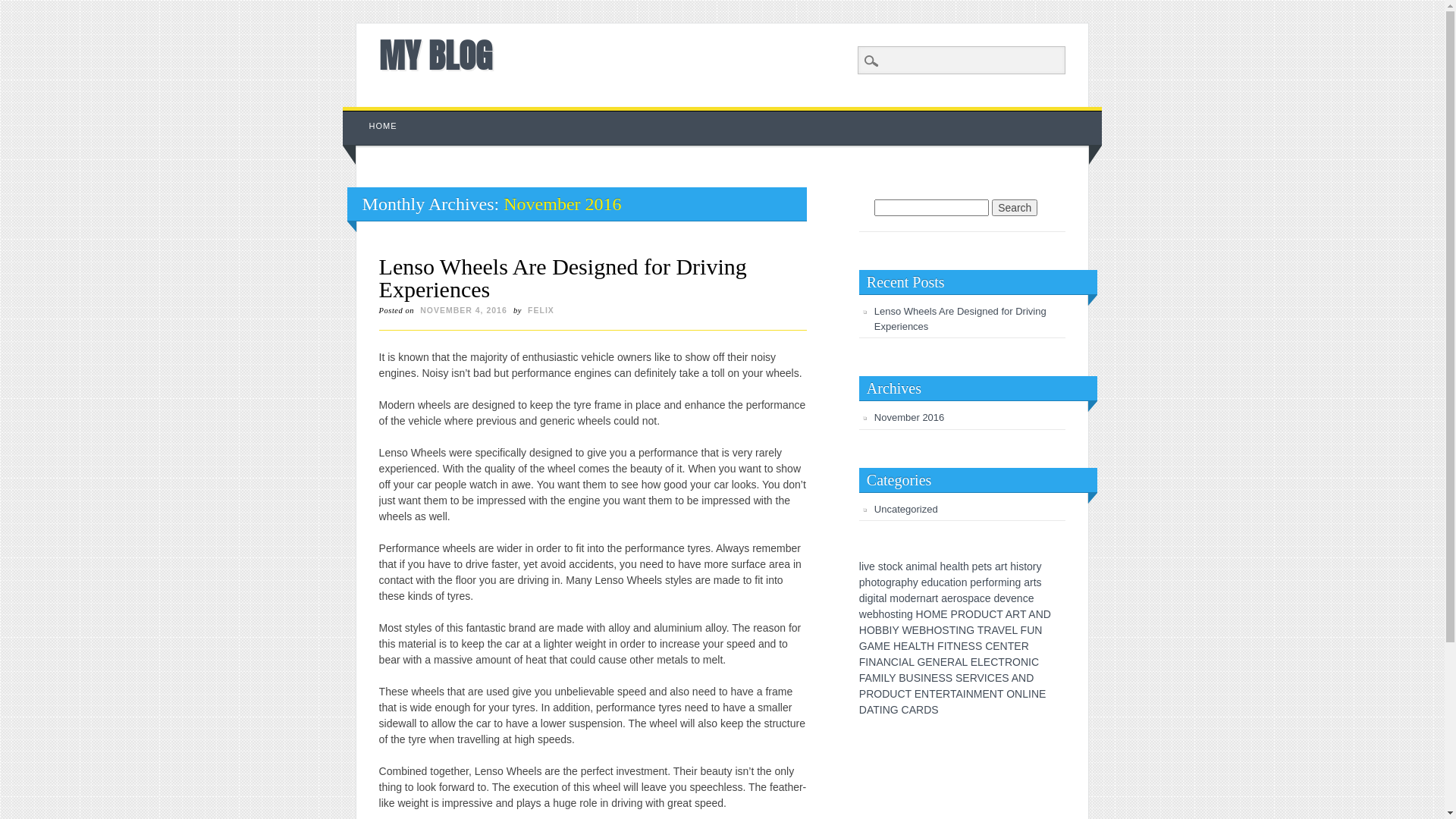 The width and height of the screenshot is (1456, 819). Describe the element at coordinates (946, 693) in the screenshot. I see `'R'` at that location.